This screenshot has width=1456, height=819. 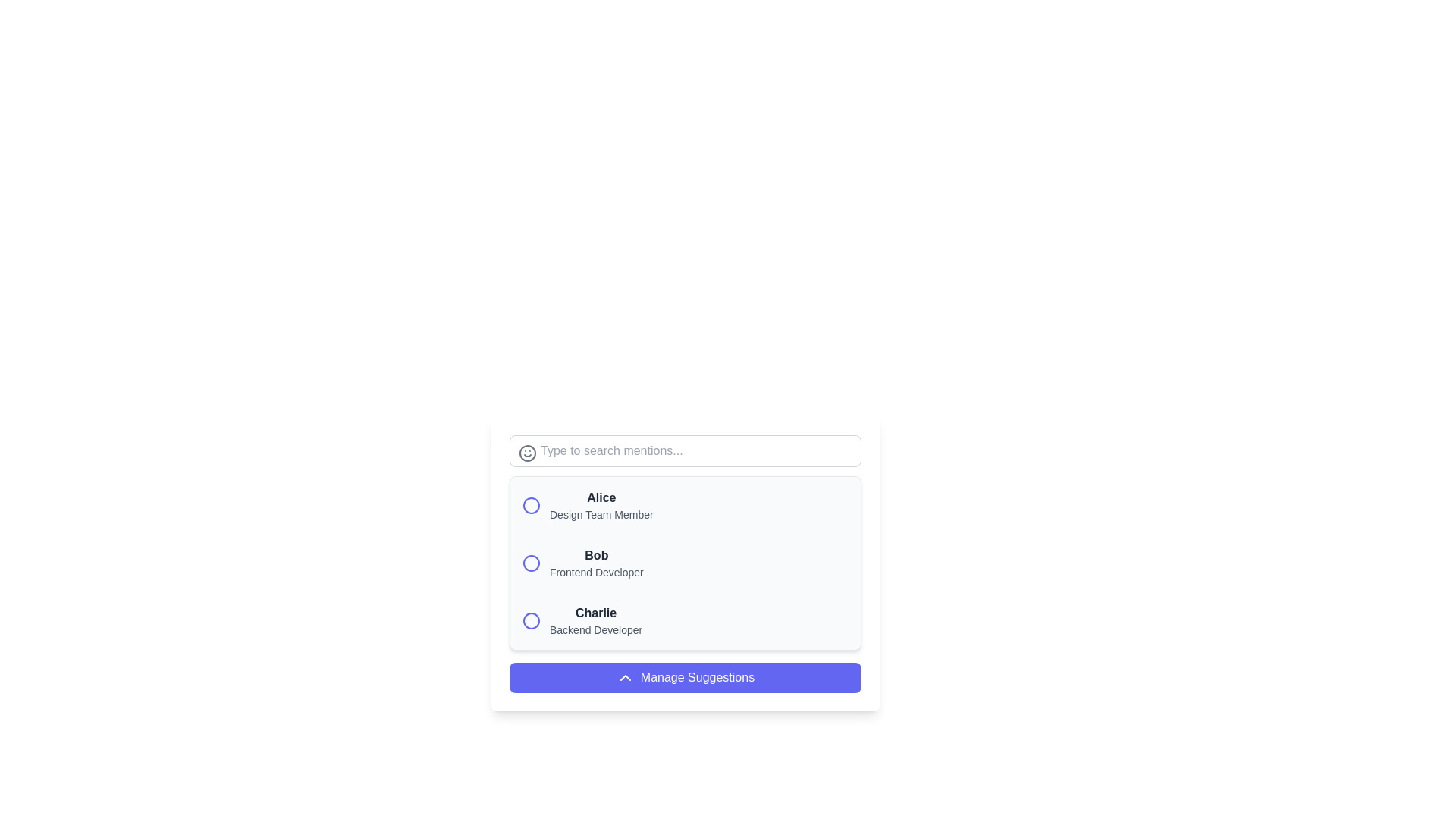 What do you see at coordinates (601, 513) in the screenshot?
I see `the text label that provides additional context about 'Alice', positioned below the primary label` at bounding box center [601, 513].